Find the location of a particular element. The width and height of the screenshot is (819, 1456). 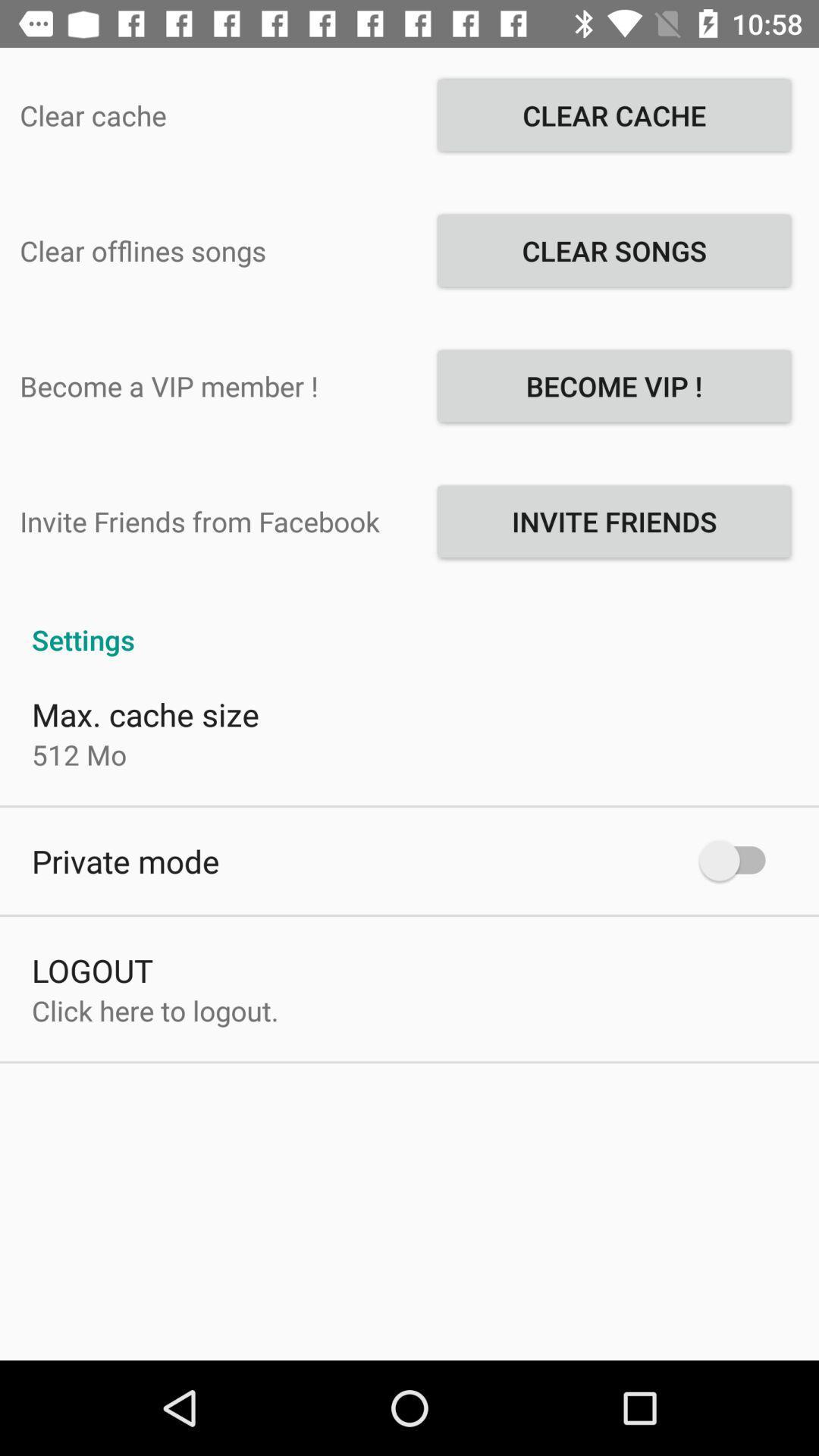

the icon below the 512 mo item is located at coordinates (124, 861).